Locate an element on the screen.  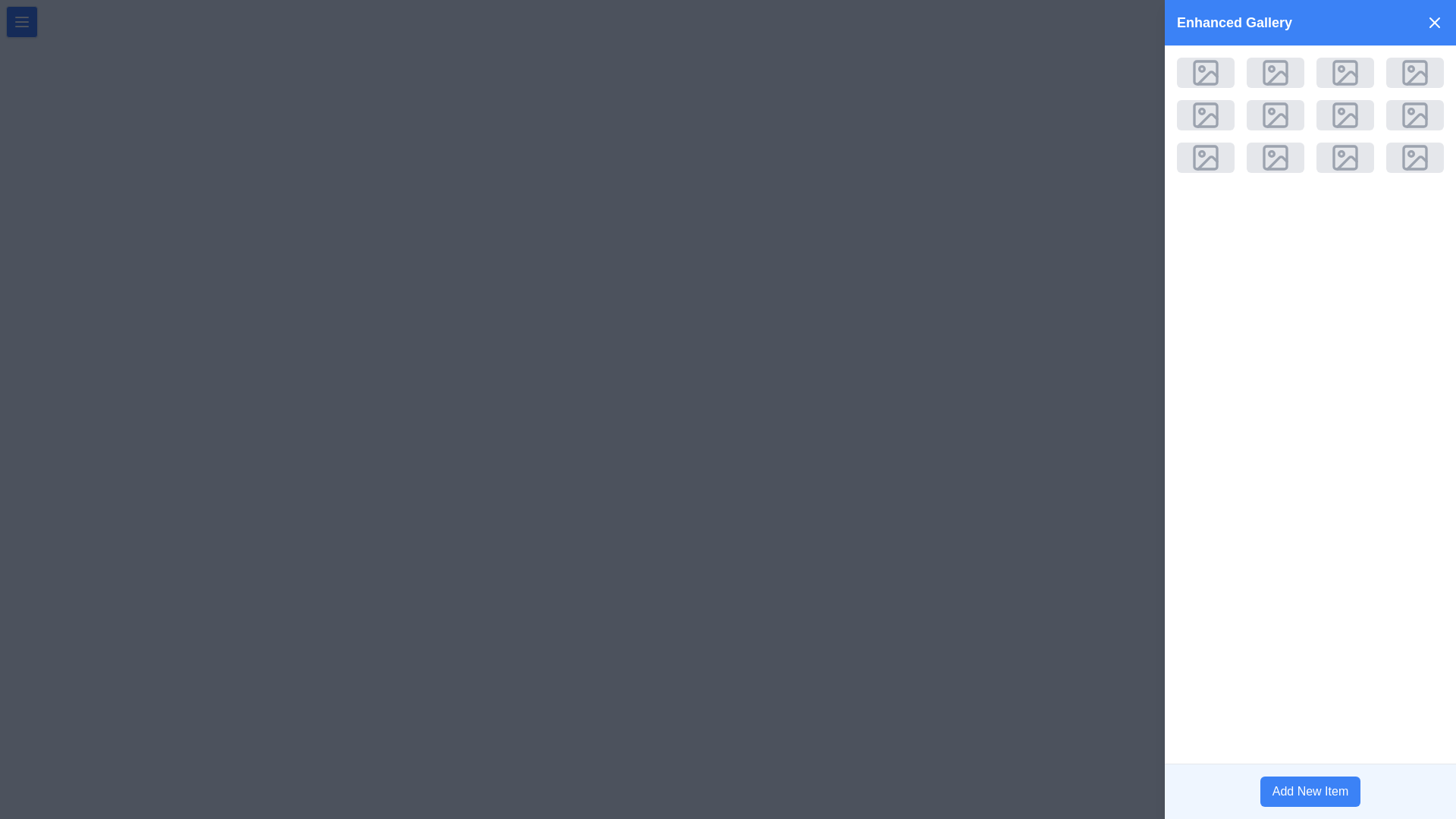
the image icon located in the second row and third column of the 'Enhanced Gallery' interface, which serves as a placeholder for an image is located at coordinates (1274, 114).